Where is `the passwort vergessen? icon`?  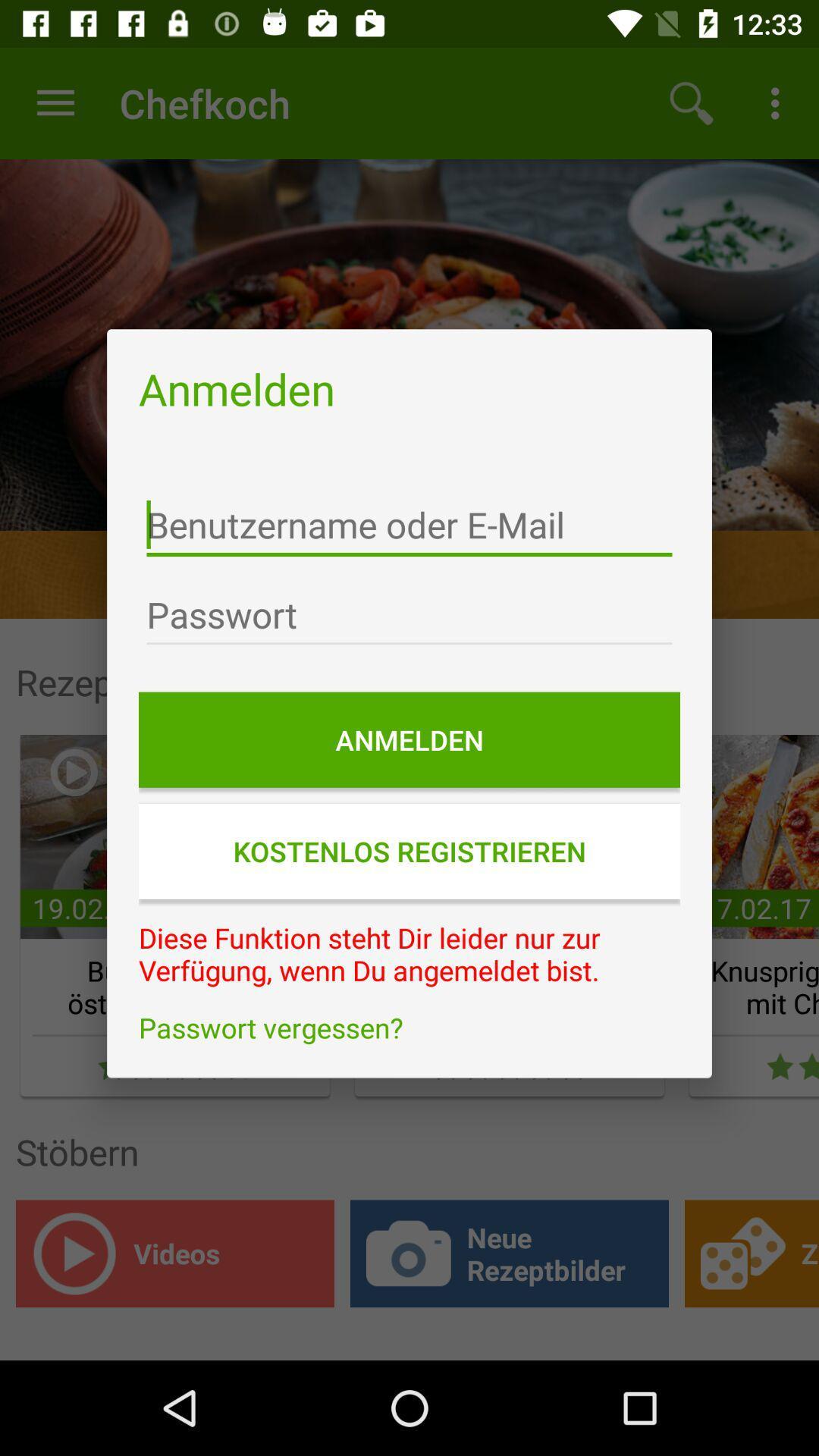
the passwort vergessen? icon is located at coordinates (409, 1028).